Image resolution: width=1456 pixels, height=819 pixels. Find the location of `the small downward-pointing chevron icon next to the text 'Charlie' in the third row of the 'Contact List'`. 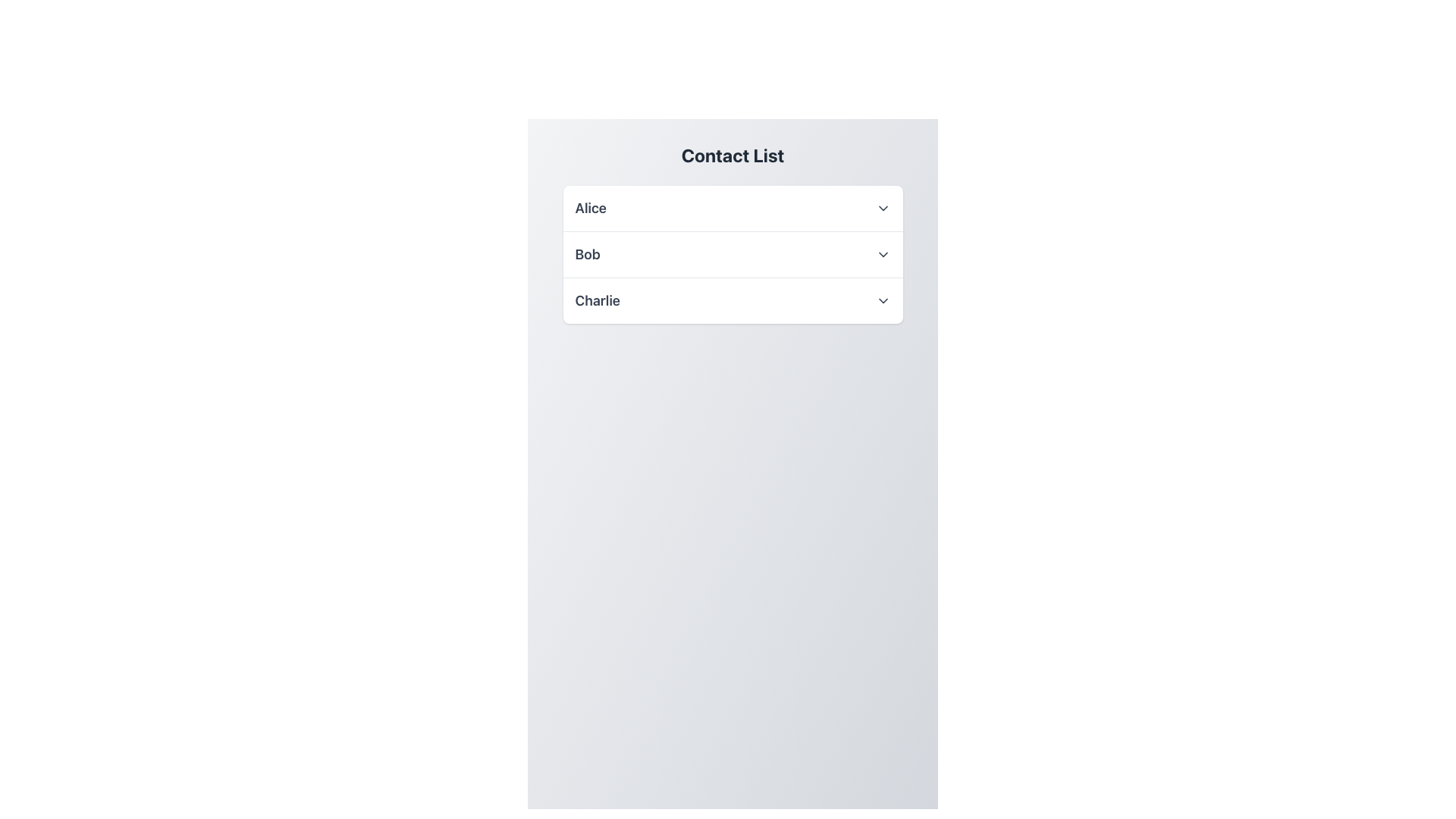

the small downward-pointing chevron icon next to the text 'Charlie' in the third row of the 'Contact List' is located at coordinates (883, 301).